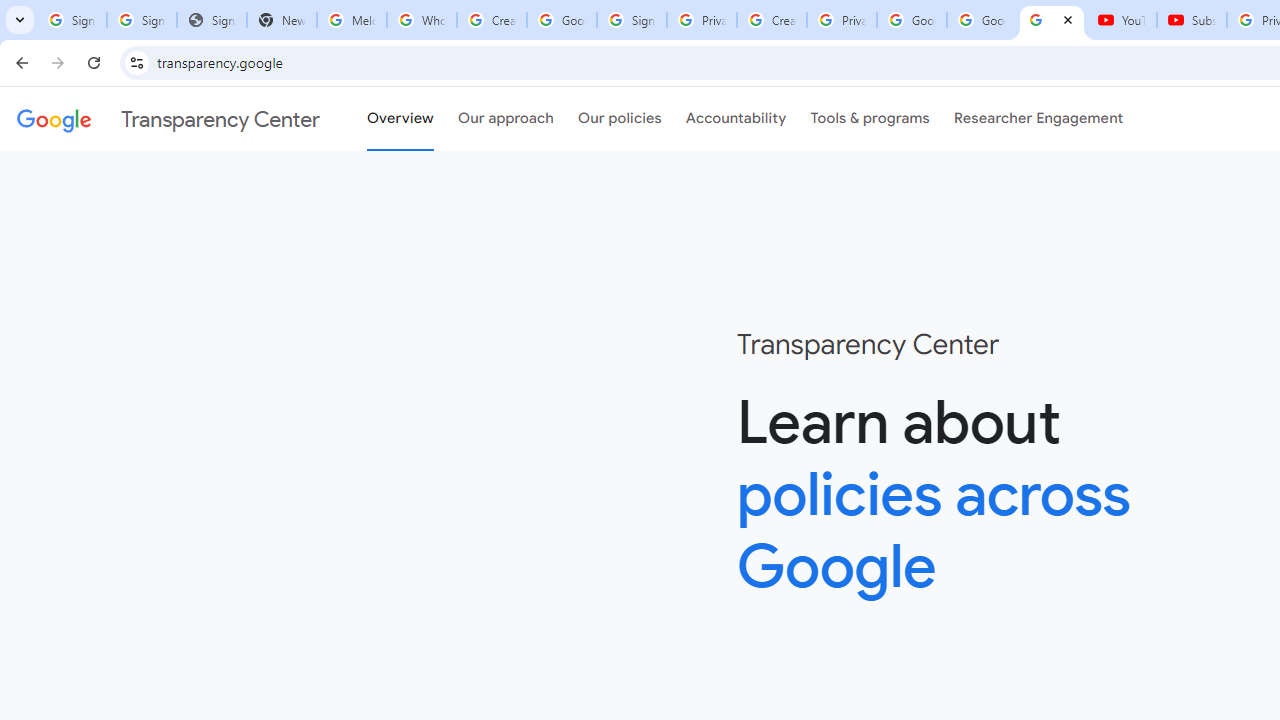  What do you see at coordinates (281, 20) in the screenshot?
I see `'New Tab'` at bounding box center [281, 20].